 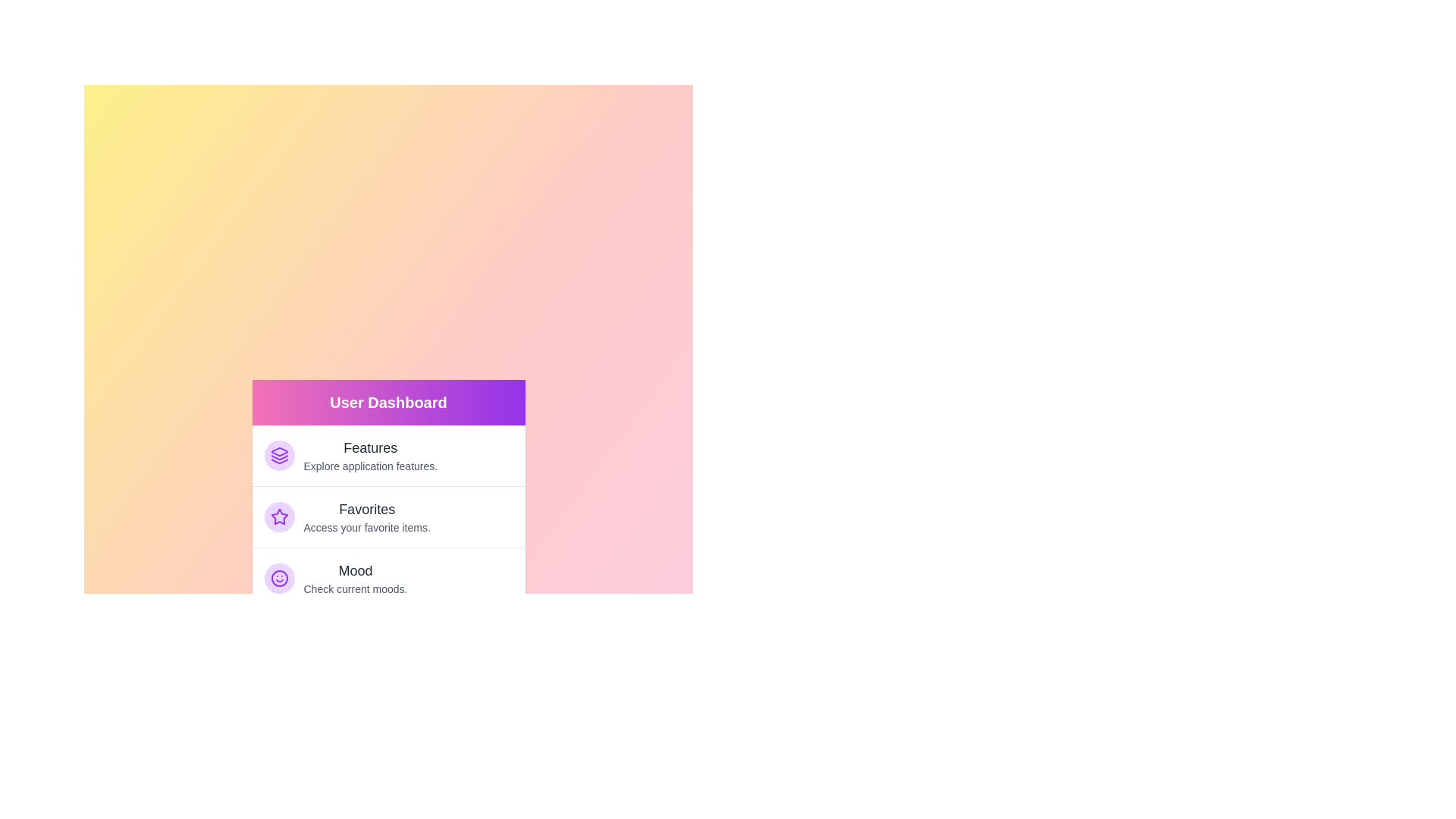 What do you see at coordinates (388, 455) in the screenshot?
I see `the menu item labeled Features to preview its description` at bounding box center [388, 455].